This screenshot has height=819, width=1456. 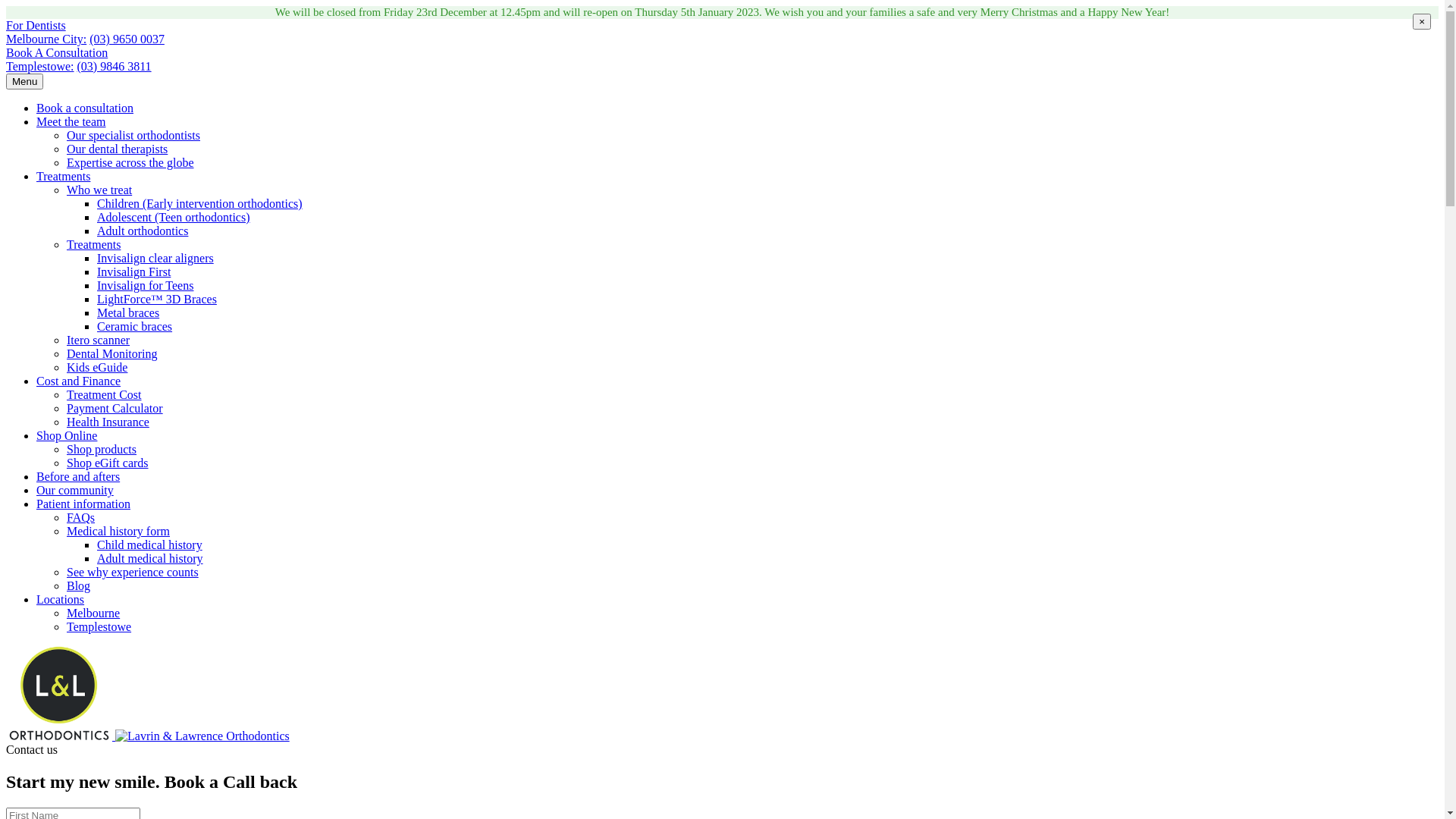 What do you see at coordinates (142, 231) in the screenshot?
I see `'Adult orthodontics'` at bounding box center [142, 231].